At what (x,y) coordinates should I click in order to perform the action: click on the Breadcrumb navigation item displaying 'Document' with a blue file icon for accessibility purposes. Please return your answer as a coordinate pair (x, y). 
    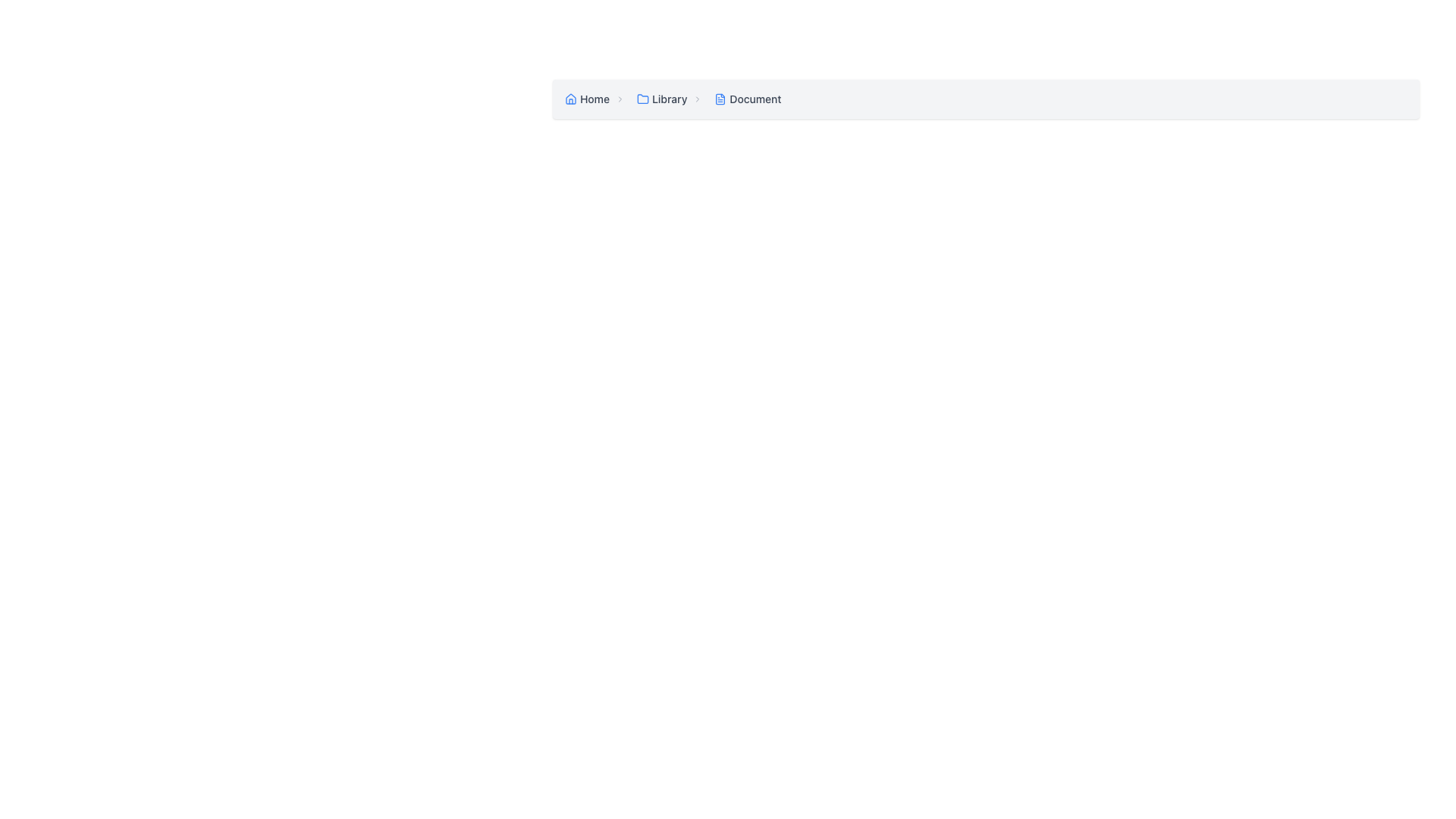
    Looking at the image, I should click on (748, 99).